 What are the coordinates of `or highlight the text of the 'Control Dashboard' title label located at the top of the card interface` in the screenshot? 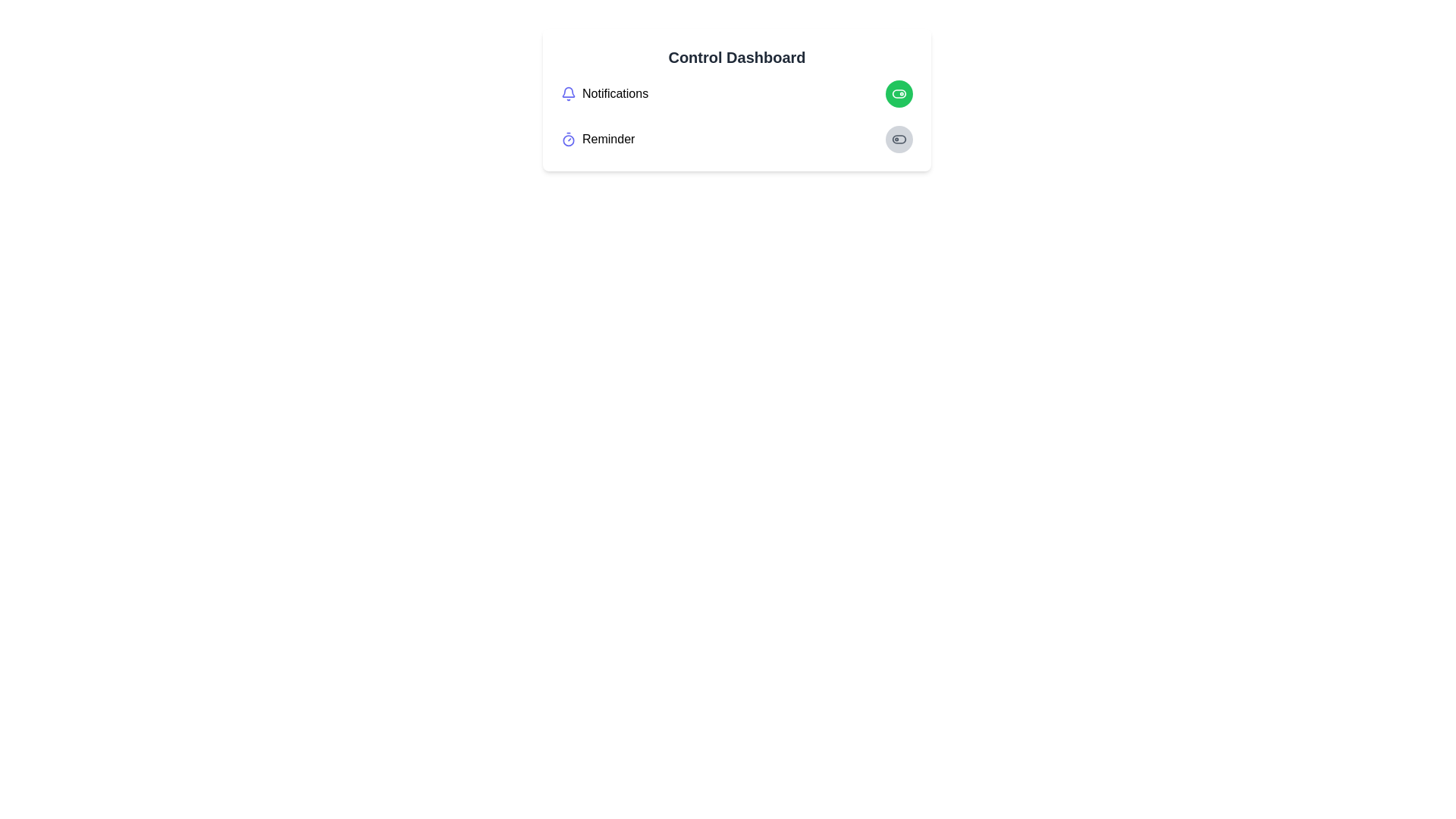 It's located at (736, 57).